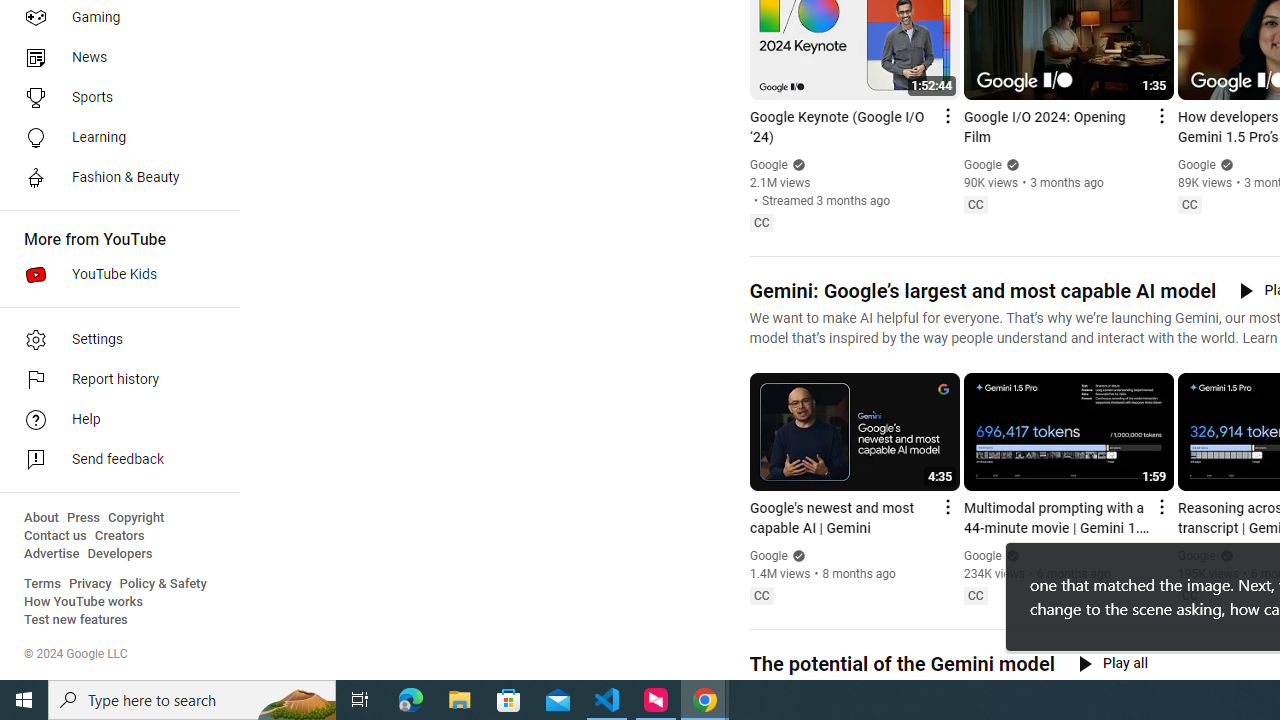 The image size is (1280, 720). What do you see at coordinates (900, 664) in the screenshot?
I see `'The potential of the Gemini model'` at bounding box center [900, 664].